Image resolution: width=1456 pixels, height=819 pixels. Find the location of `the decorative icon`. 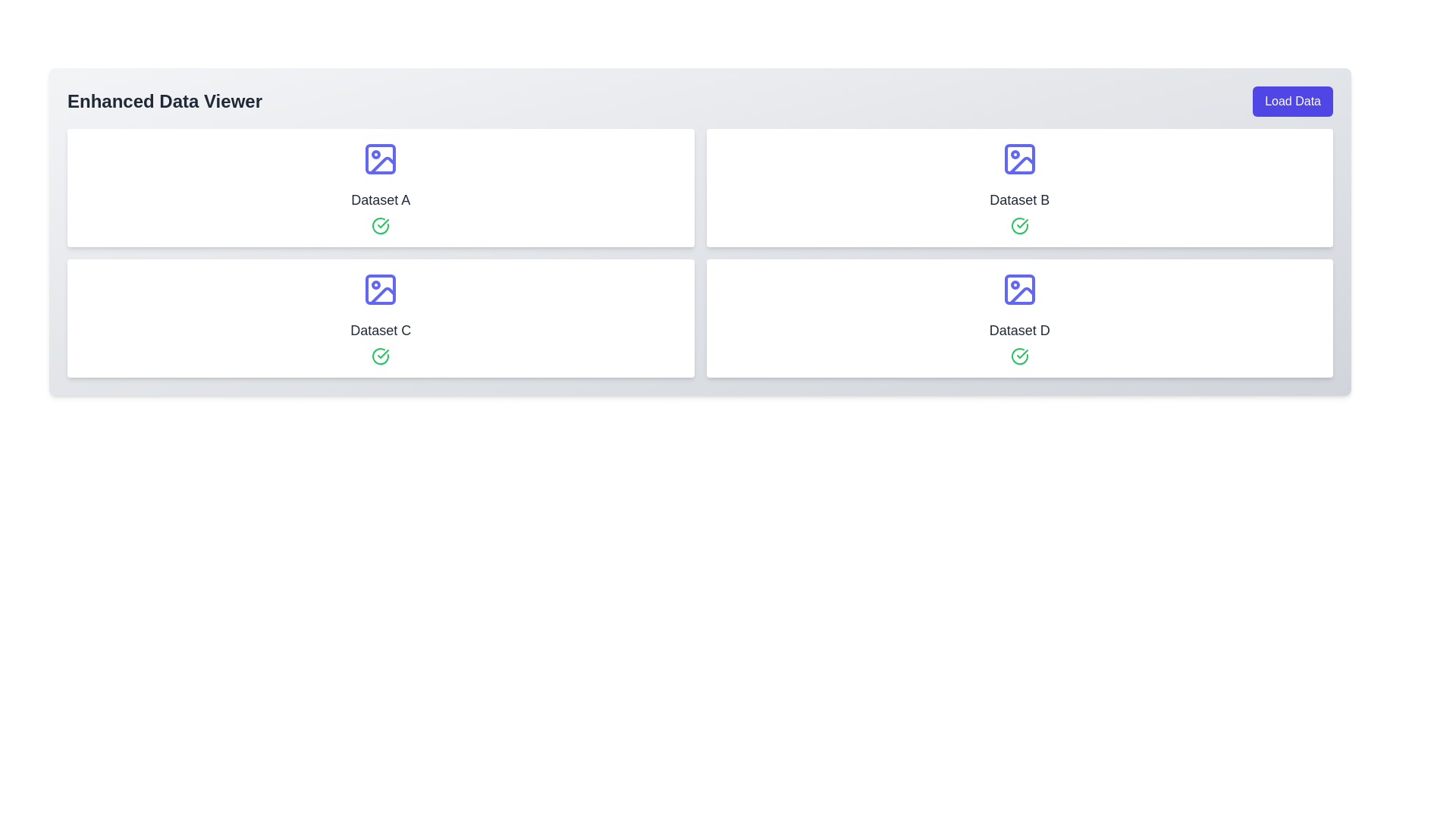

the decorative icon is located at coordinates (383, 165).